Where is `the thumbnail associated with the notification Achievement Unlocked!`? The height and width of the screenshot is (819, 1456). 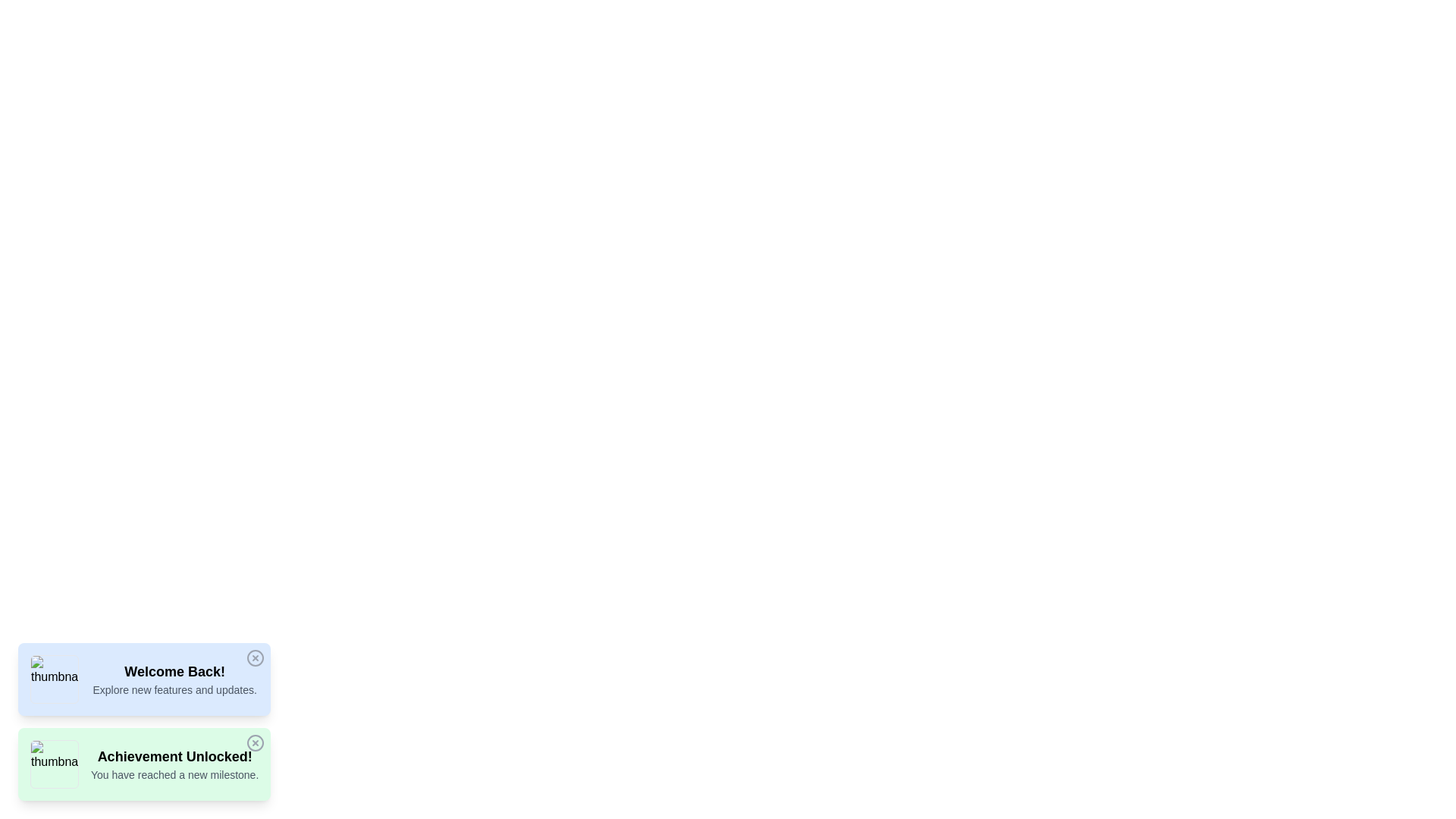 the thumbnail associated with the notification Achievement Unlocked! is located at coordinates (55, 764).